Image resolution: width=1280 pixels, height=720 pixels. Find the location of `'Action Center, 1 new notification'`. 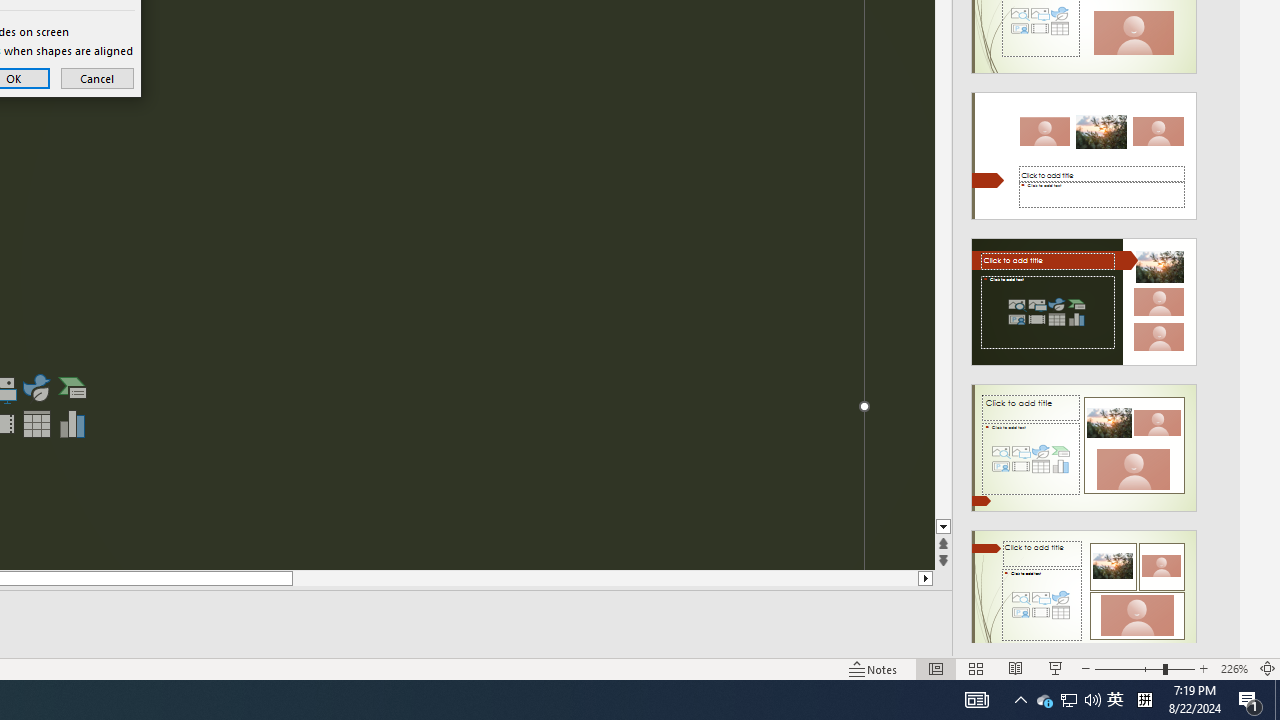

'Action Center, 1 new notification' is located at coordinates (1250, 698).